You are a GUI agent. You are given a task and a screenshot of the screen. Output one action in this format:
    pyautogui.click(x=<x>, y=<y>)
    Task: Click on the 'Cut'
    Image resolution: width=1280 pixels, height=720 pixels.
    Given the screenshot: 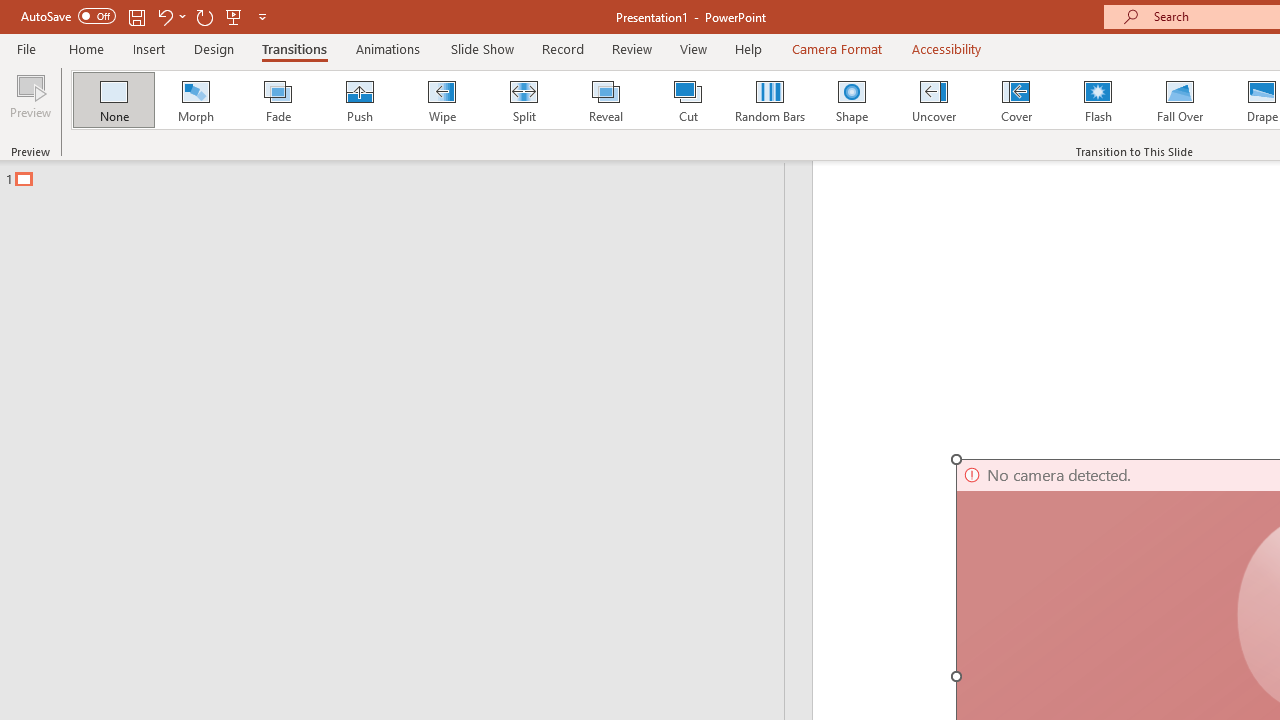 What is the action you would take?
    pyautogui.click(x=688, y=100)
    